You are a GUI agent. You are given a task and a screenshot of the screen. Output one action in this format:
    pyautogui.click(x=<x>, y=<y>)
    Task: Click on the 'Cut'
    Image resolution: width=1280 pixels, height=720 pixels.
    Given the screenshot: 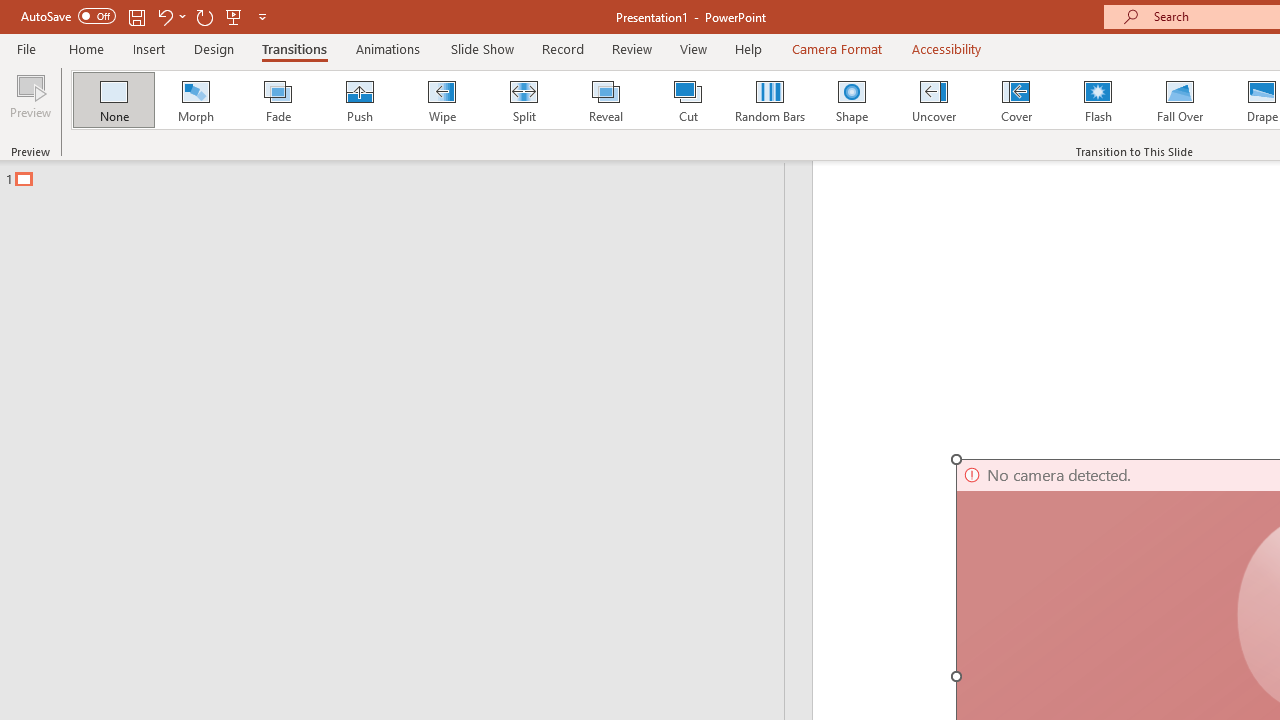 What is the action you would take?
    pyautogui.click(x=688, y=100)
    